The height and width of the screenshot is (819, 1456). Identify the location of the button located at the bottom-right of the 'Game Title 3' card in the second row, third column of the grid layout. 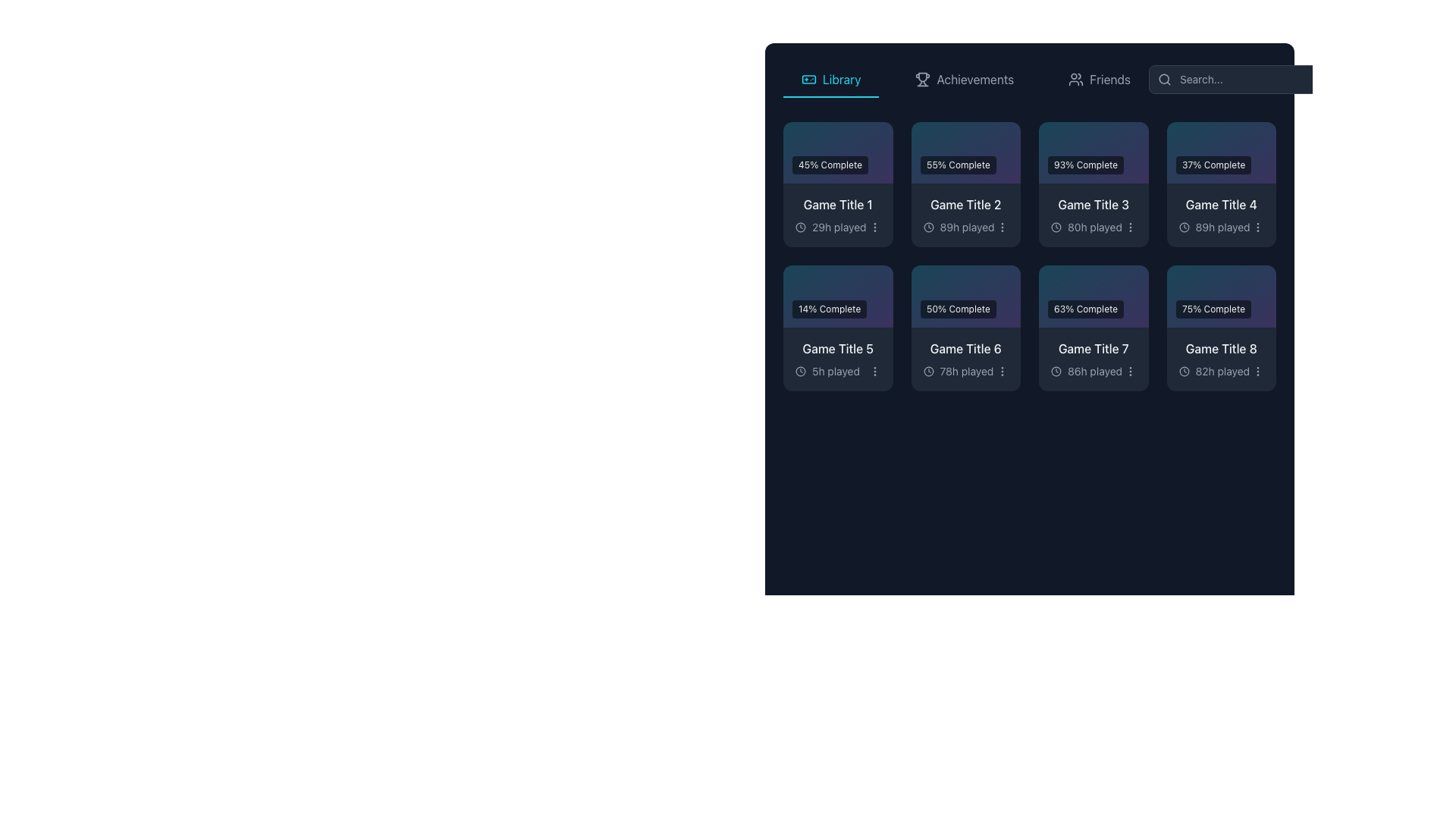
(1130, 227).